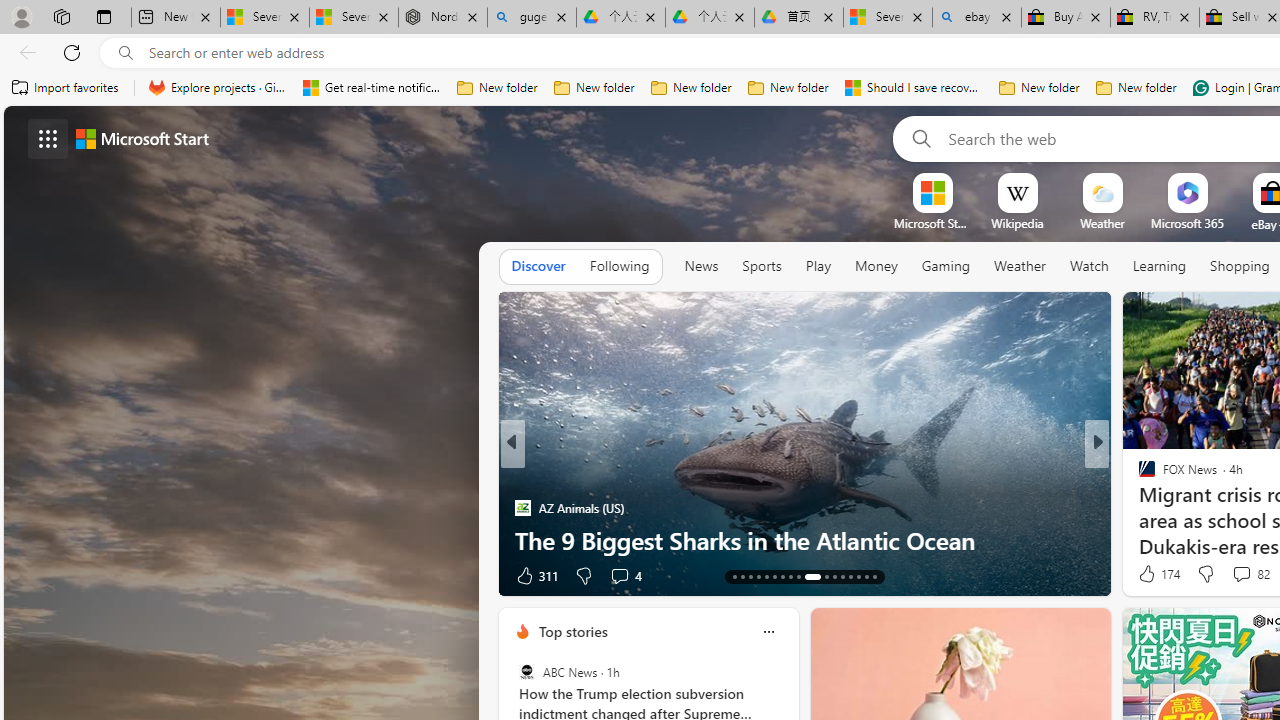 The height and width of the screenshot is (720, 1280). What do you see at coordinates (48, 137) in the screenshot?
I see `'AutomationID: waffle'` at bounding box center [48, 137].